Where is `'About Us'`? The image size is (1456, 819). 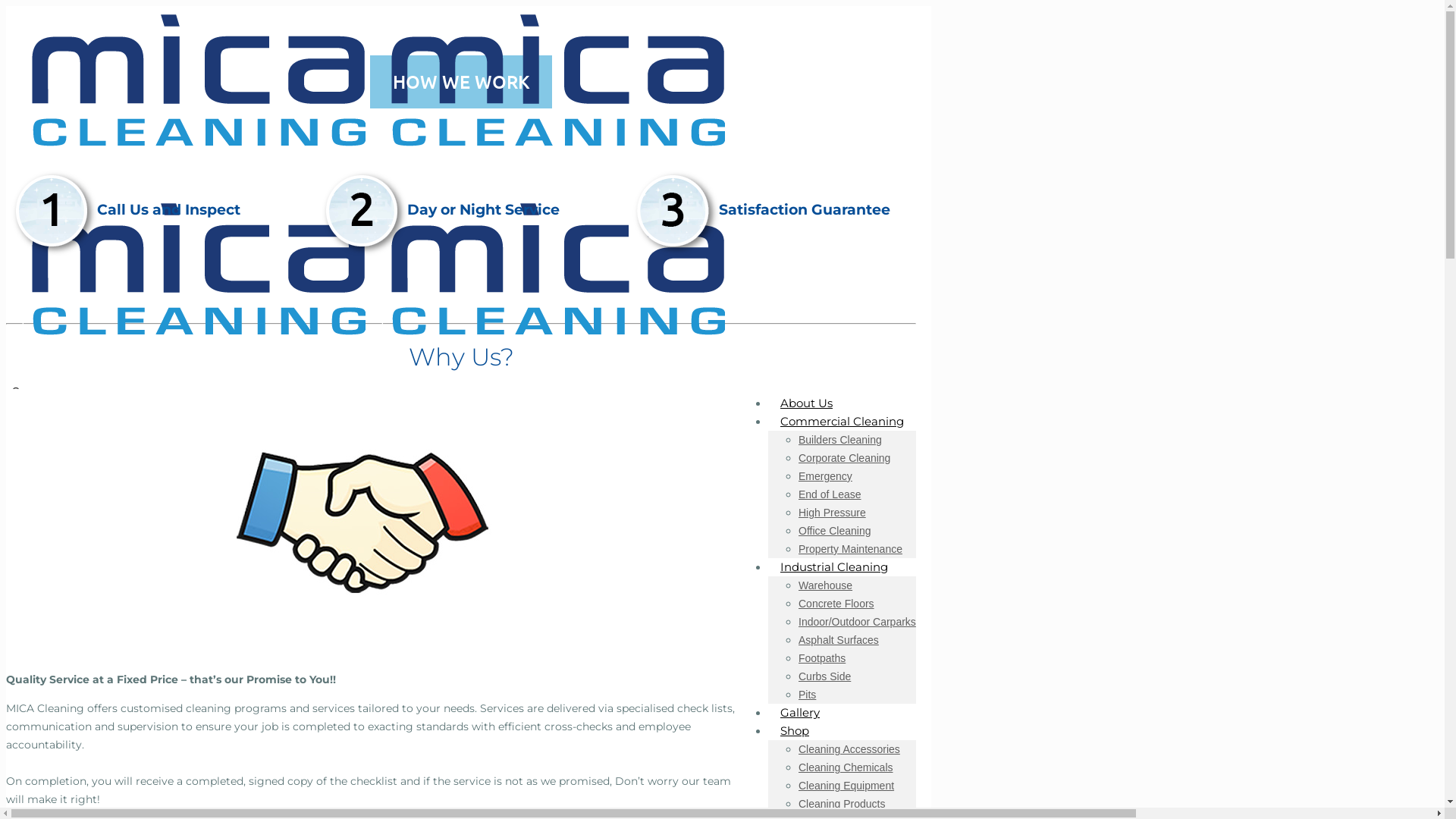 'About Us' is located at coordinates (805, 402).